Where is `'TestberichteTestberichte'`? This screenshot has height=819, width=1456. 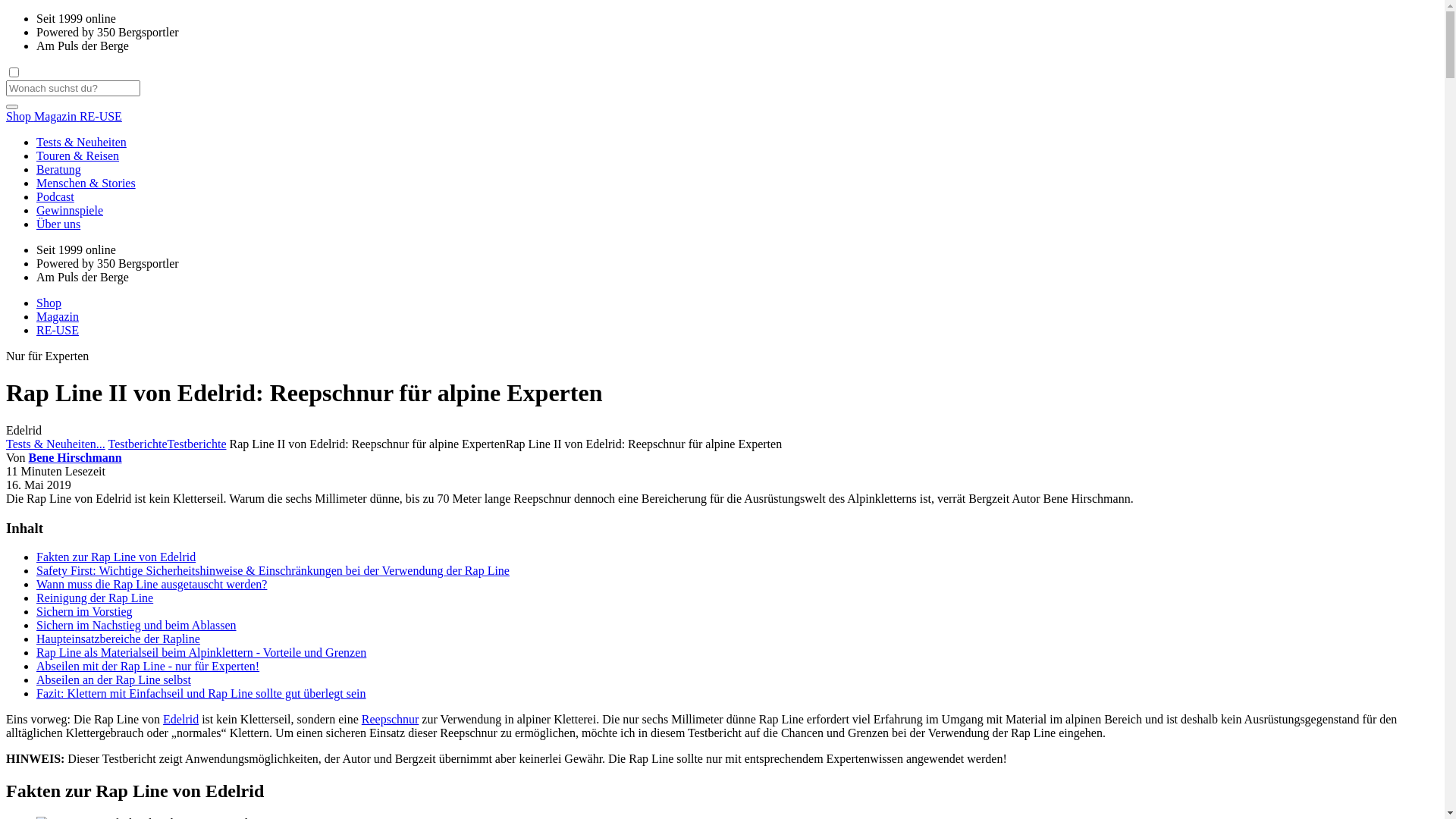
'TestberichteTestberichte' is located at coordinates (108, 444).